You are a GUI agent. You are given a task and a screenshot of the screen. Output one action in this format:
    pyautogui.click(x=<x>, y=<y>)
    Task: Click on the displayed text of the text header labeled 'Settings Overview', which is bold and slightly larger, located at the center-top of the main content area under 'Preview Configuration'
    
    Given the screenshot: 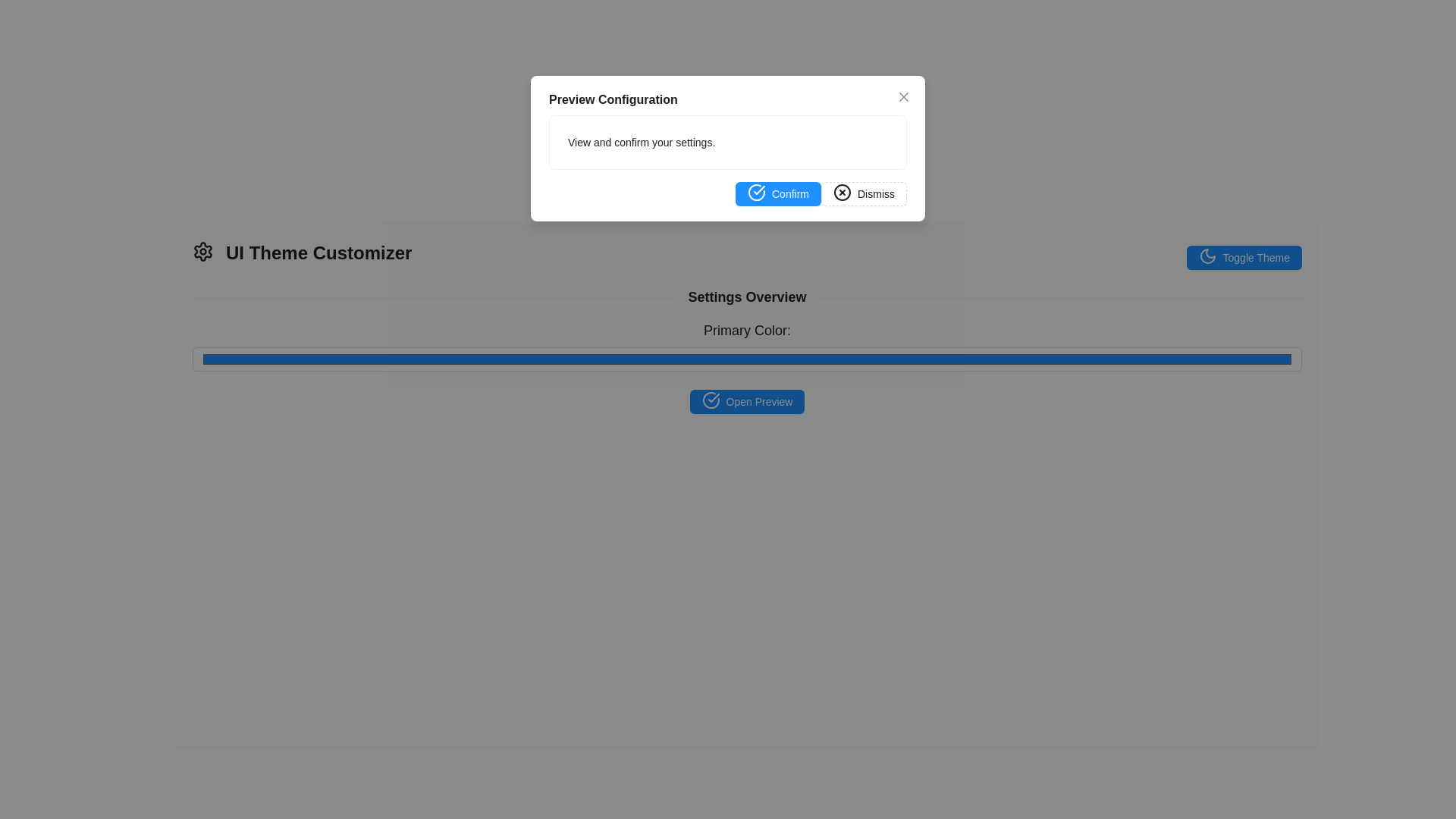 What is the action you would take?
    pyautogui.click(x=747, y=297)
    